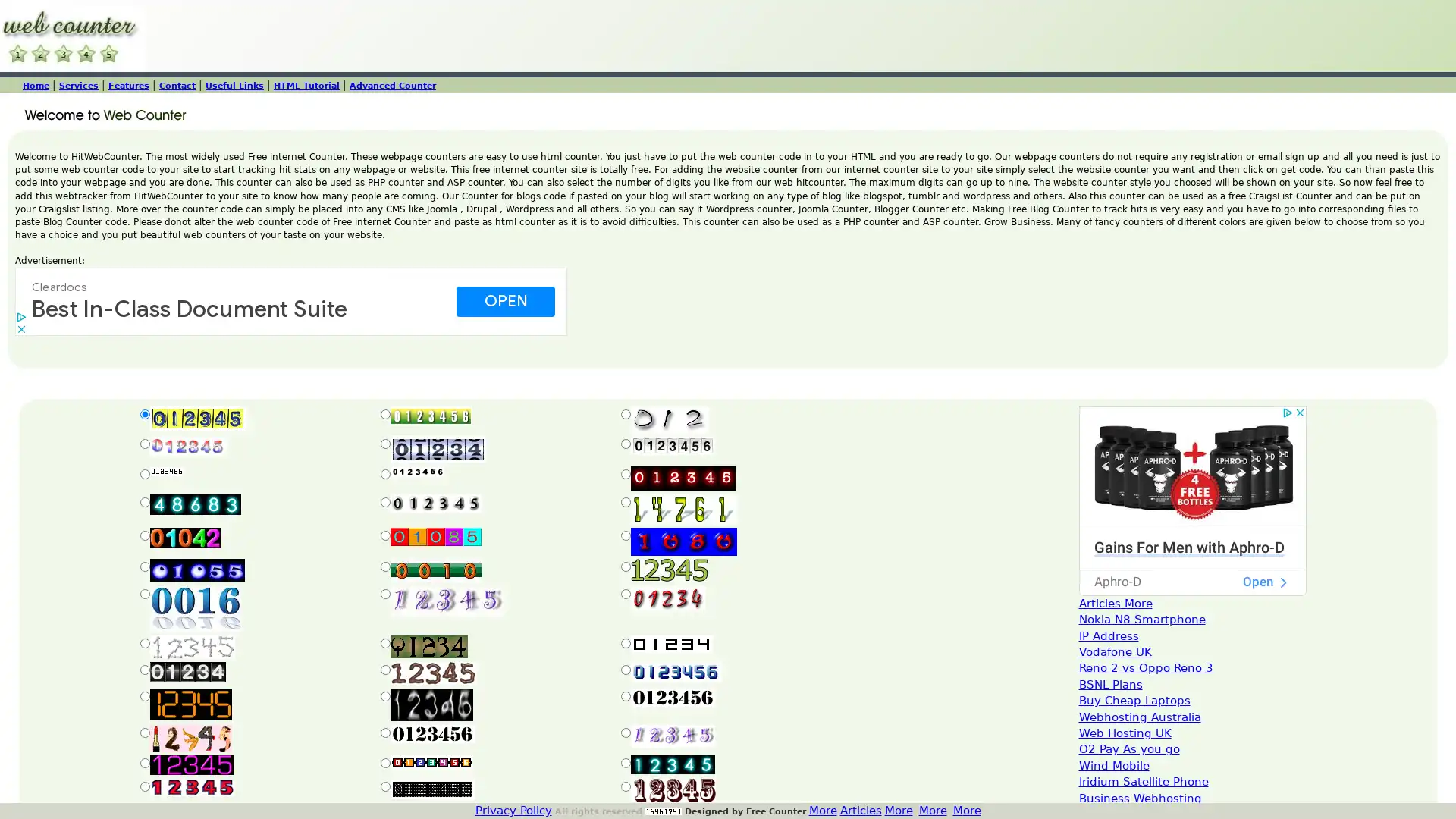 The image size is (1456, 819). Describe the element at coordinates (672, 789) in the screenshot. I see `Submit` at that location.